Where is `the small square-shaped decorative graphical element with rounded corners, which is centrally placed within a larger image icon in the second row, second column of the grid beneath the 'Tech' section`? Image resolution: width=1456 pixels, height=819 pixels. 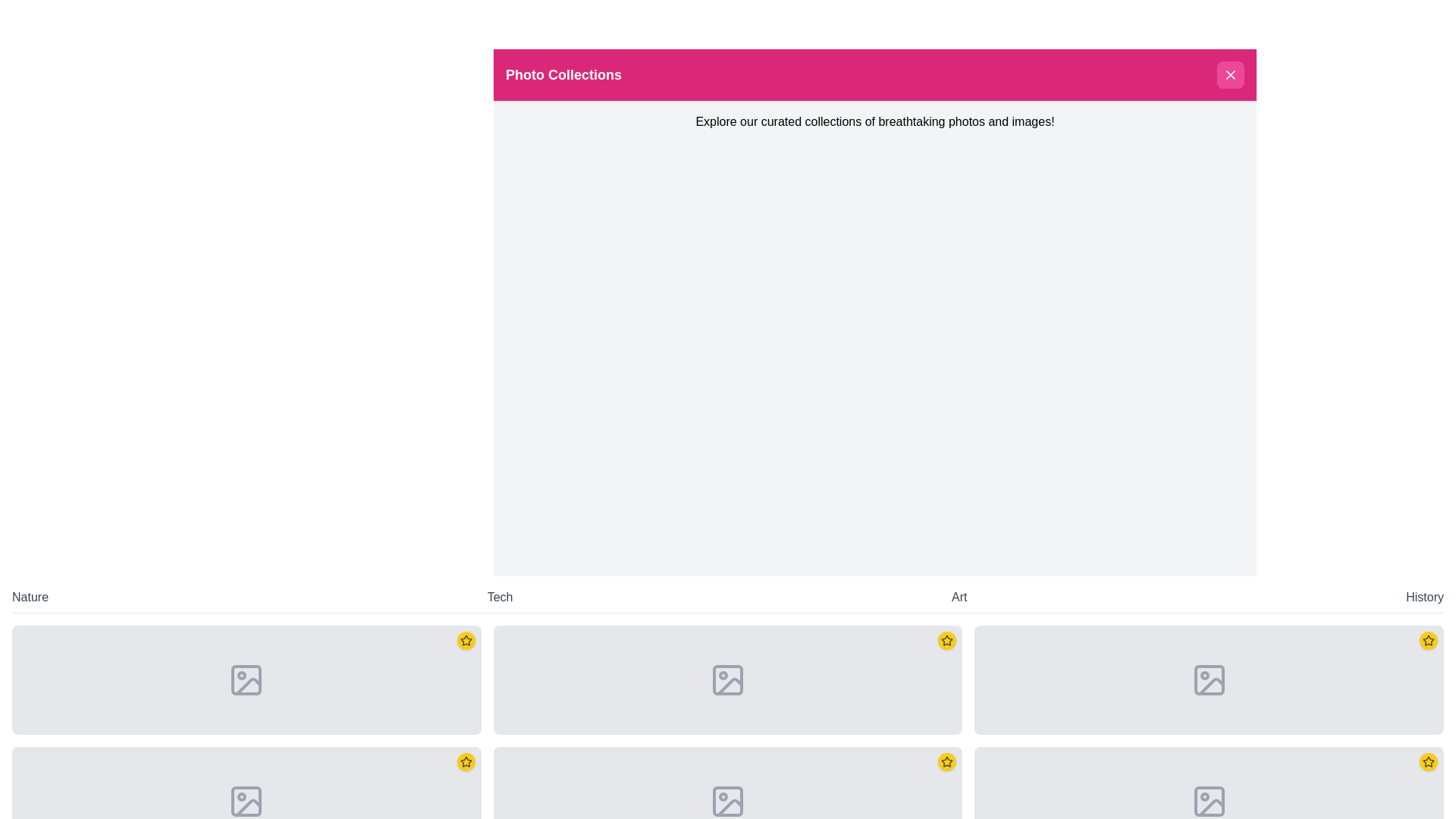
the small square-shaped decorative graphical element with rounded corners, which is centrally placed within a larger image icon in the second row, second column of the grid beneath the 'Tech' section is located at coordinates (728, 679).